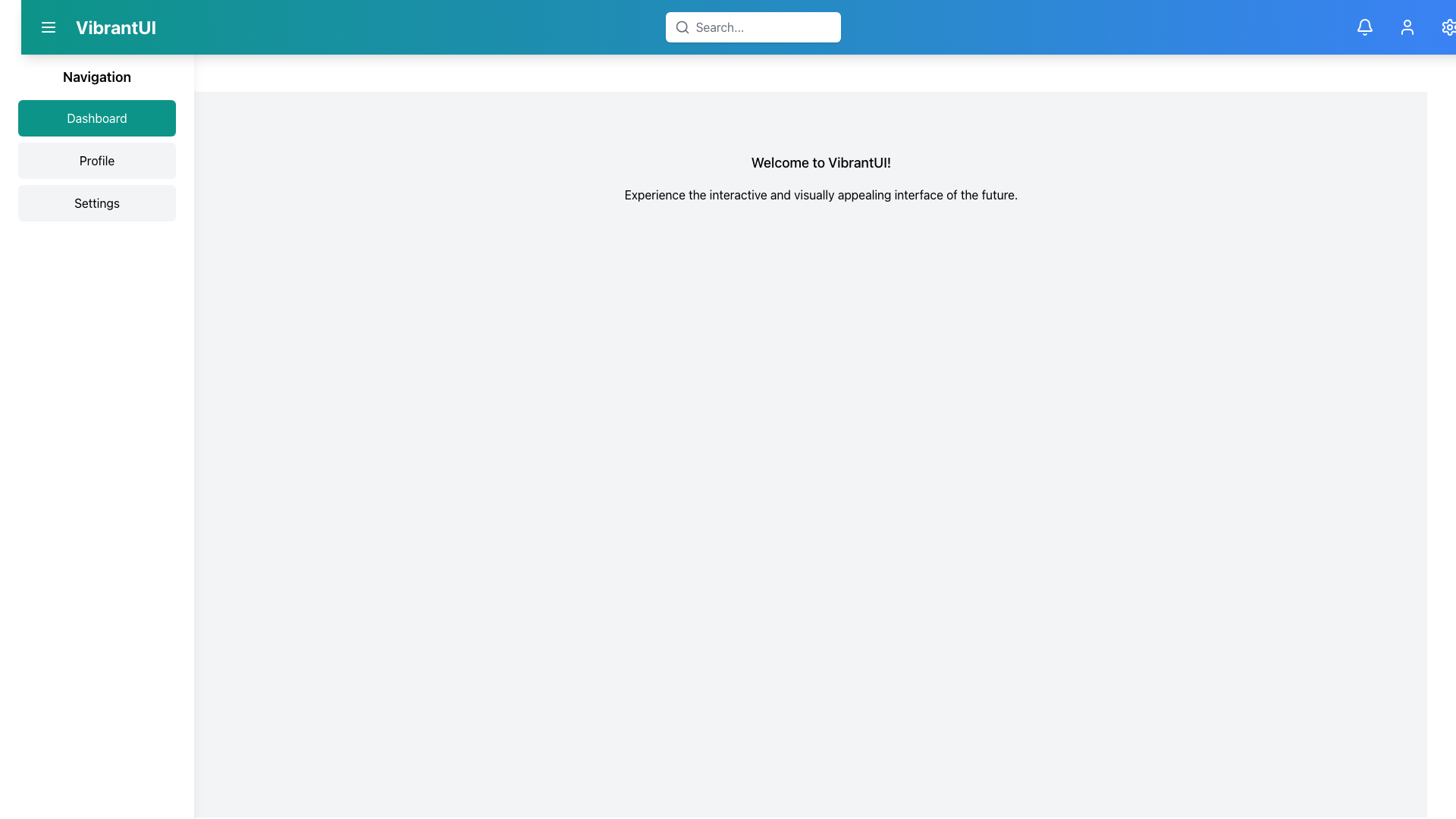 The width and height of the screenshot is (1456, 819). I want to click on the Settings button in the vertical navigation menu to change its background color, so click(96, 202).